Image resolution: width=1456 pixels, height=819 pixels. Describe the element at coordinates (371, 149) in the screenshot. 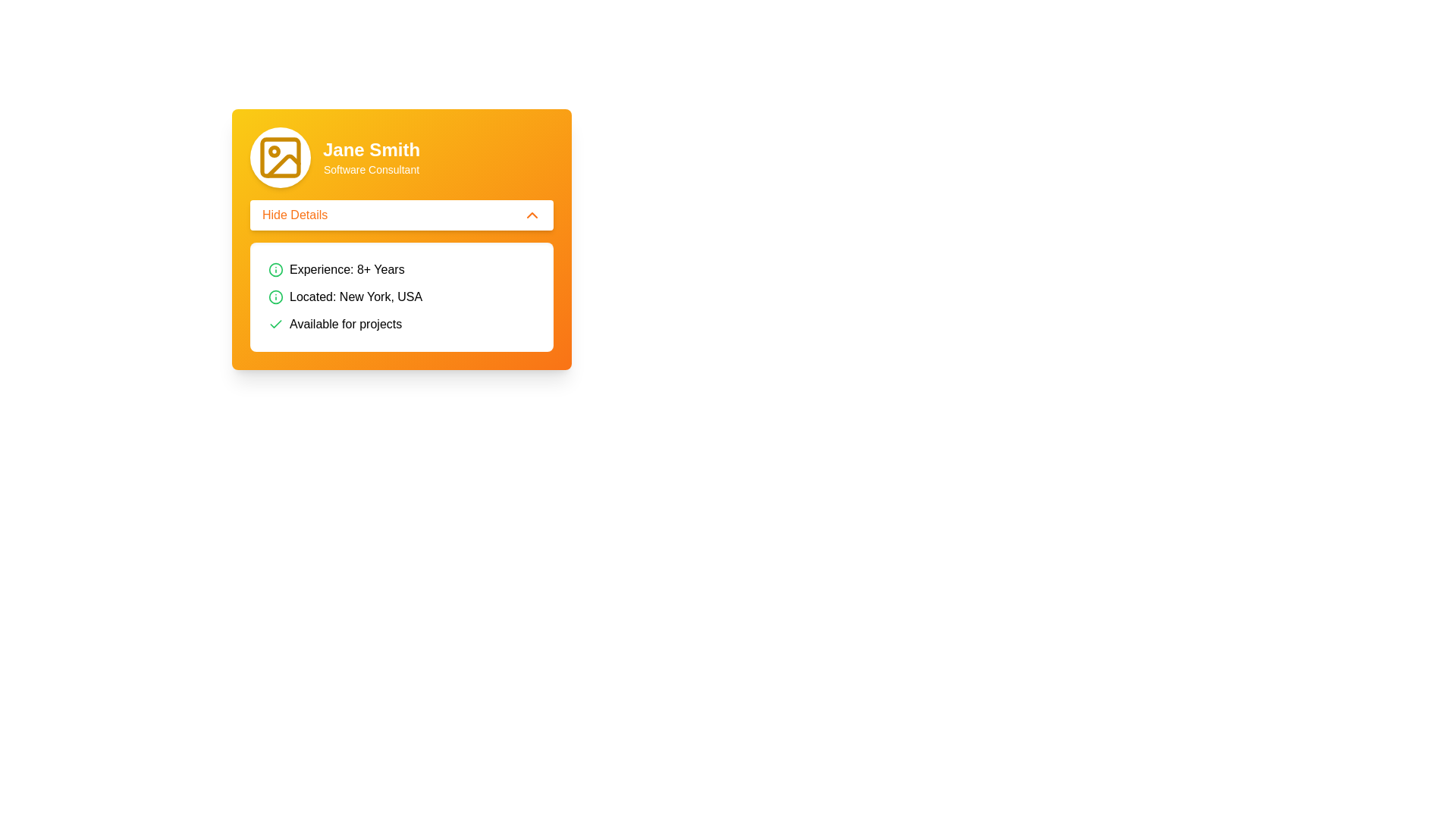

I see `the Text Label displaying the individual's name, which is positioned above the subtitle 'Software Consultant' in the profile section` at that location.